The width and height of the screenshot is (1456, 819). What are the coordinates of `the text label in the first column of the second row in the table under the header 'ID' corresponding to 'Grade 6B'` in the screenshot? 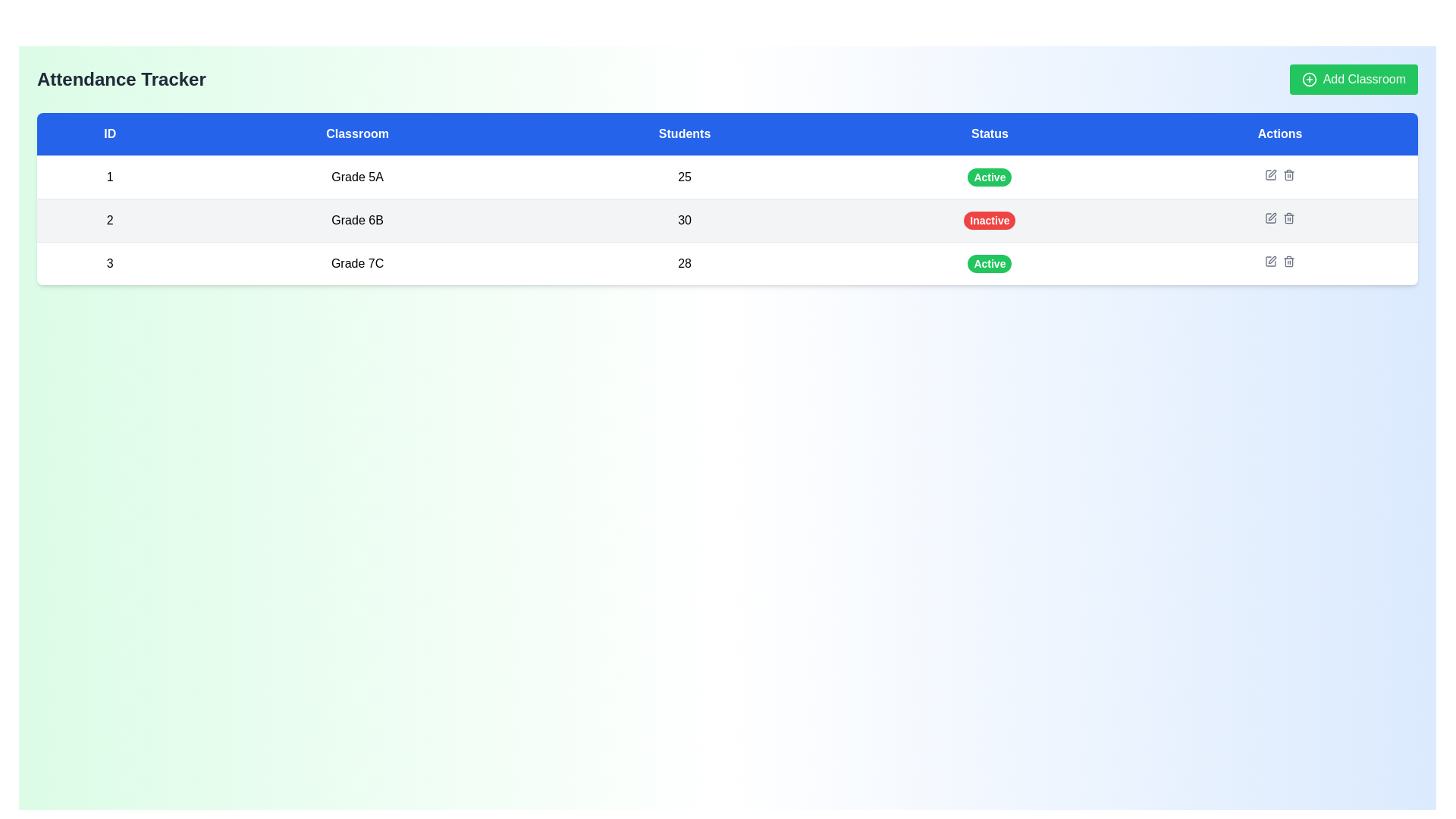 It's located at (109, 220).